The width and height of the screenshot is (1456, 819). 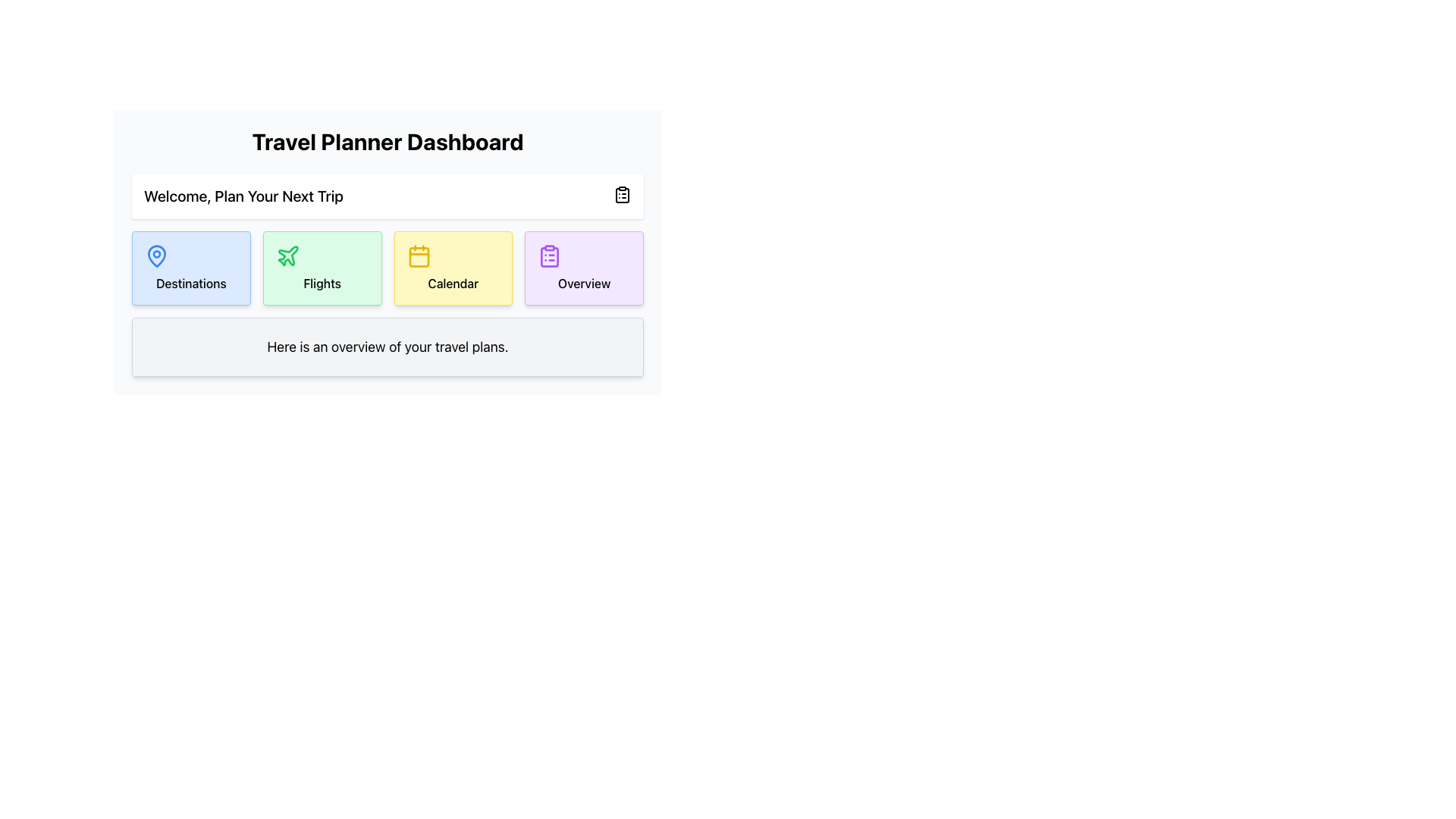 I want to click on the map pin icon located in the southwestern segment of the 'Destinations' button area, which represents a location marker, so click(x=156, y=256).